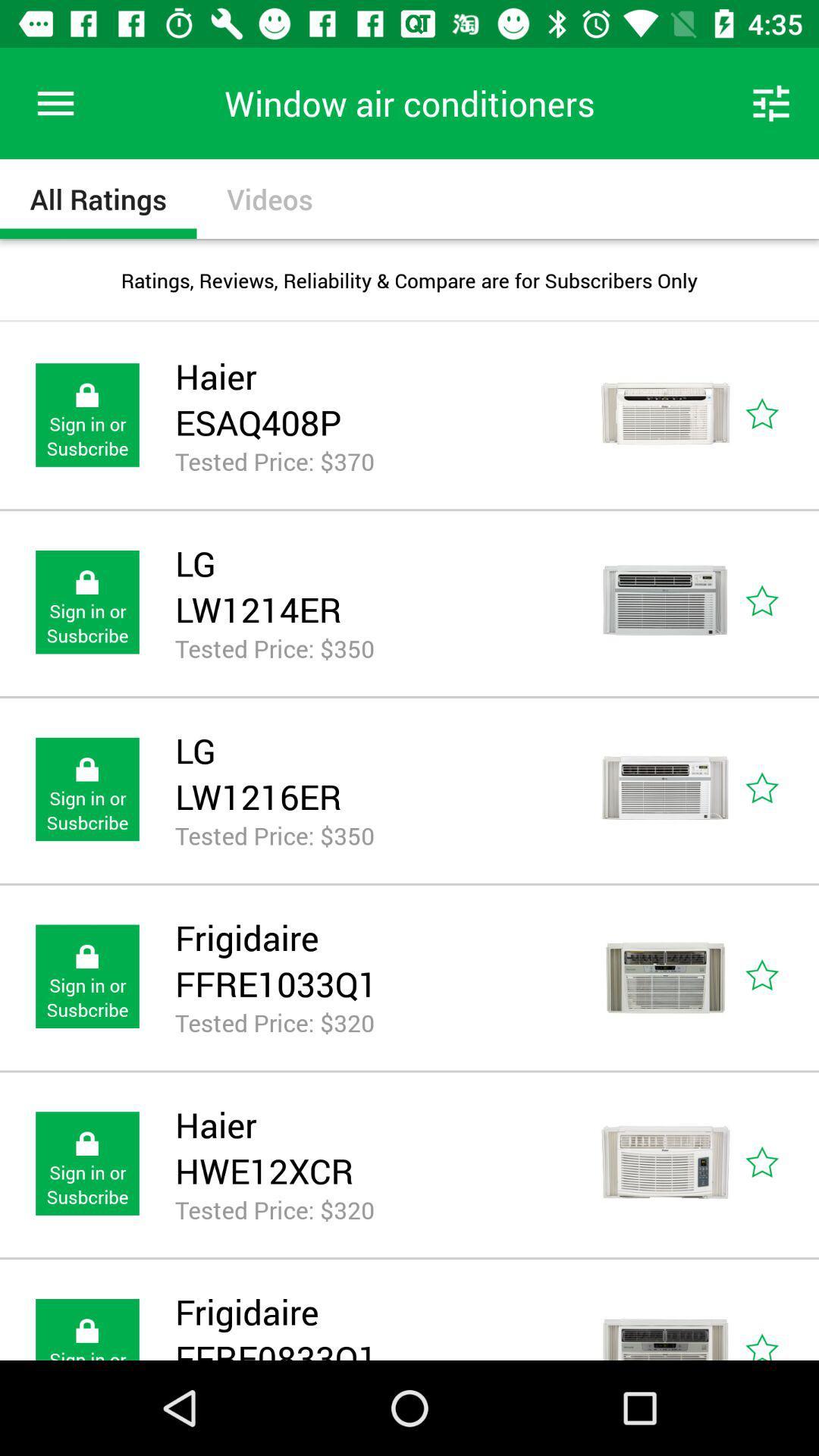  I want to click on it represented the ratting of te products, so click(779, 601).